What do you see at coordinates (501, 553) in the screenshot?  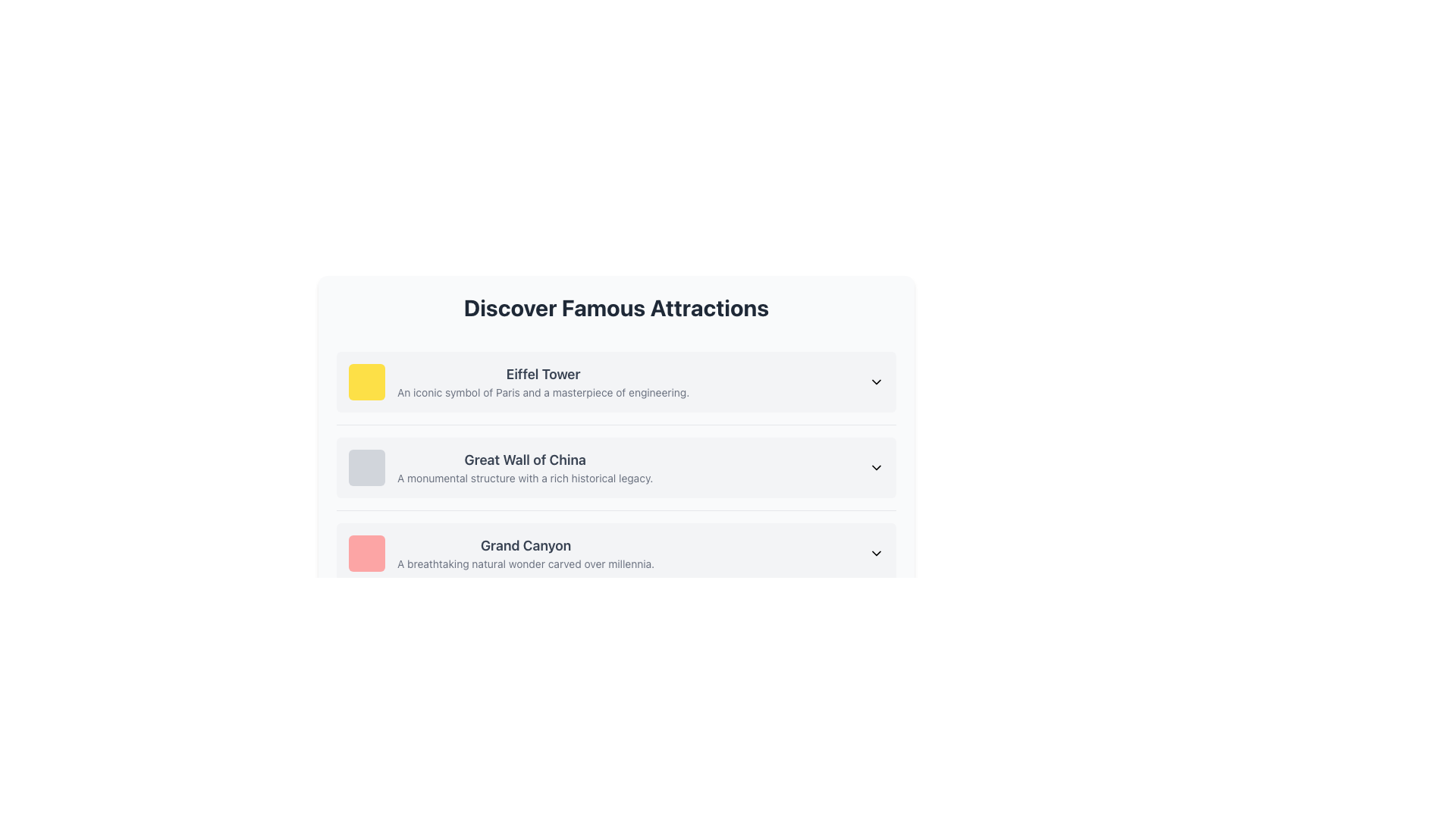 I see `the third list item titled 'Grand Canyon' with a pinkish-red icon in the 'Discover Famous Attractions' section` at bounding box center [501, 553].